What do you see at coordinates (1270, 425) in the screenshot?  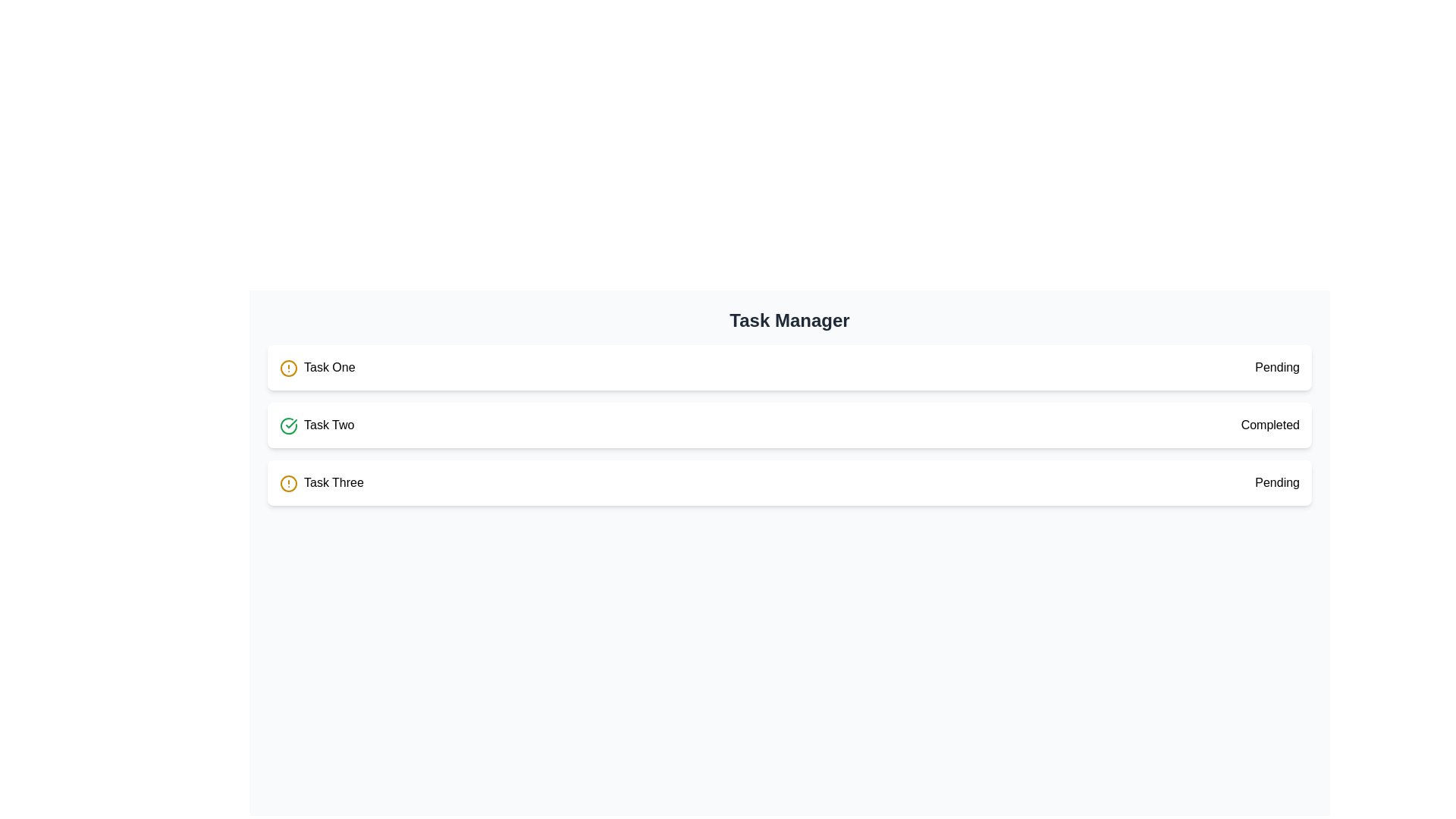 I see `the static text label displaying 'Completed' for the second task box, which is aligned with 'Task Two' on the left` at bounding box center [1270, 425].